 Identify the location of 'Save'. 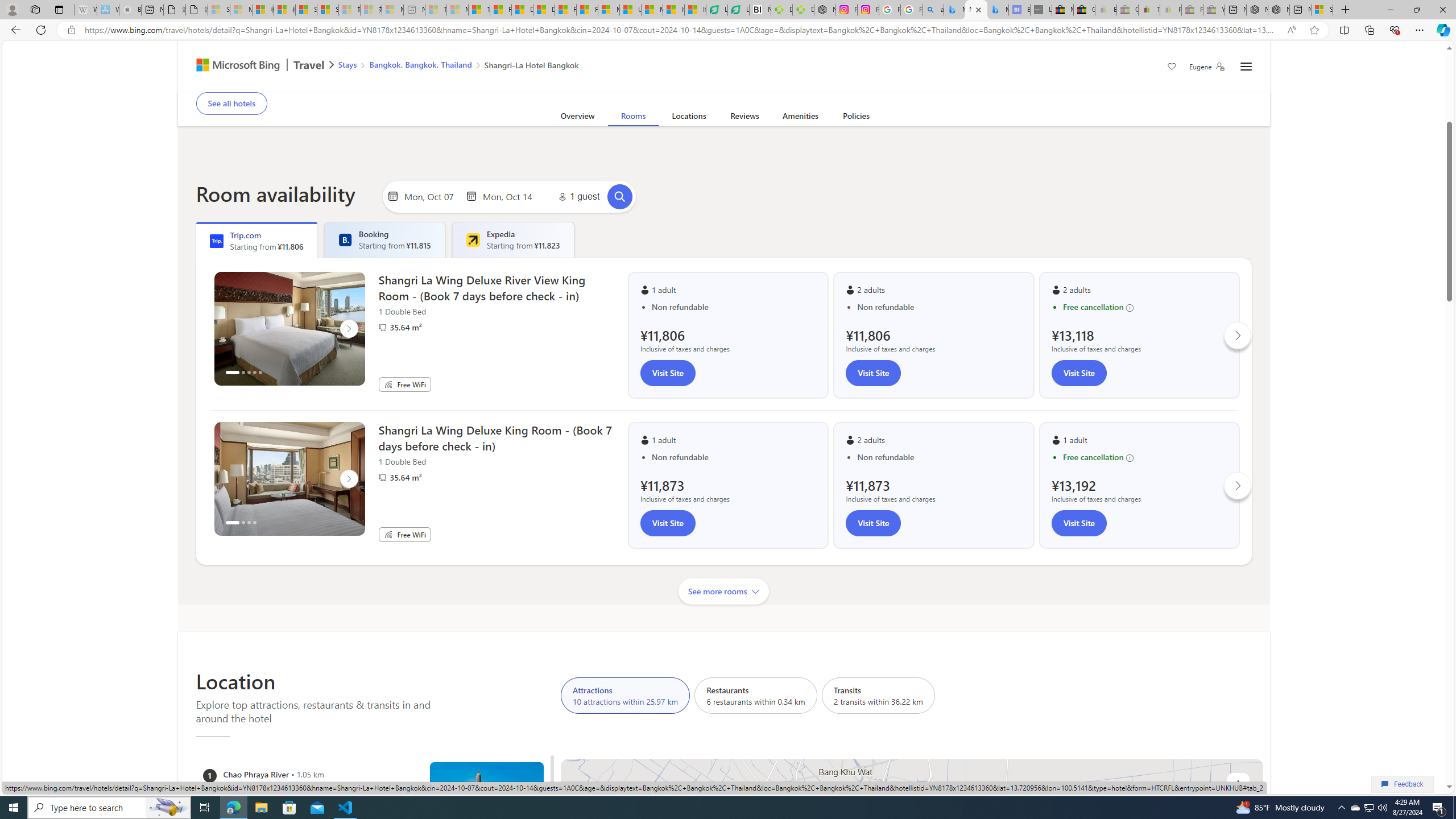
(1171, 67).